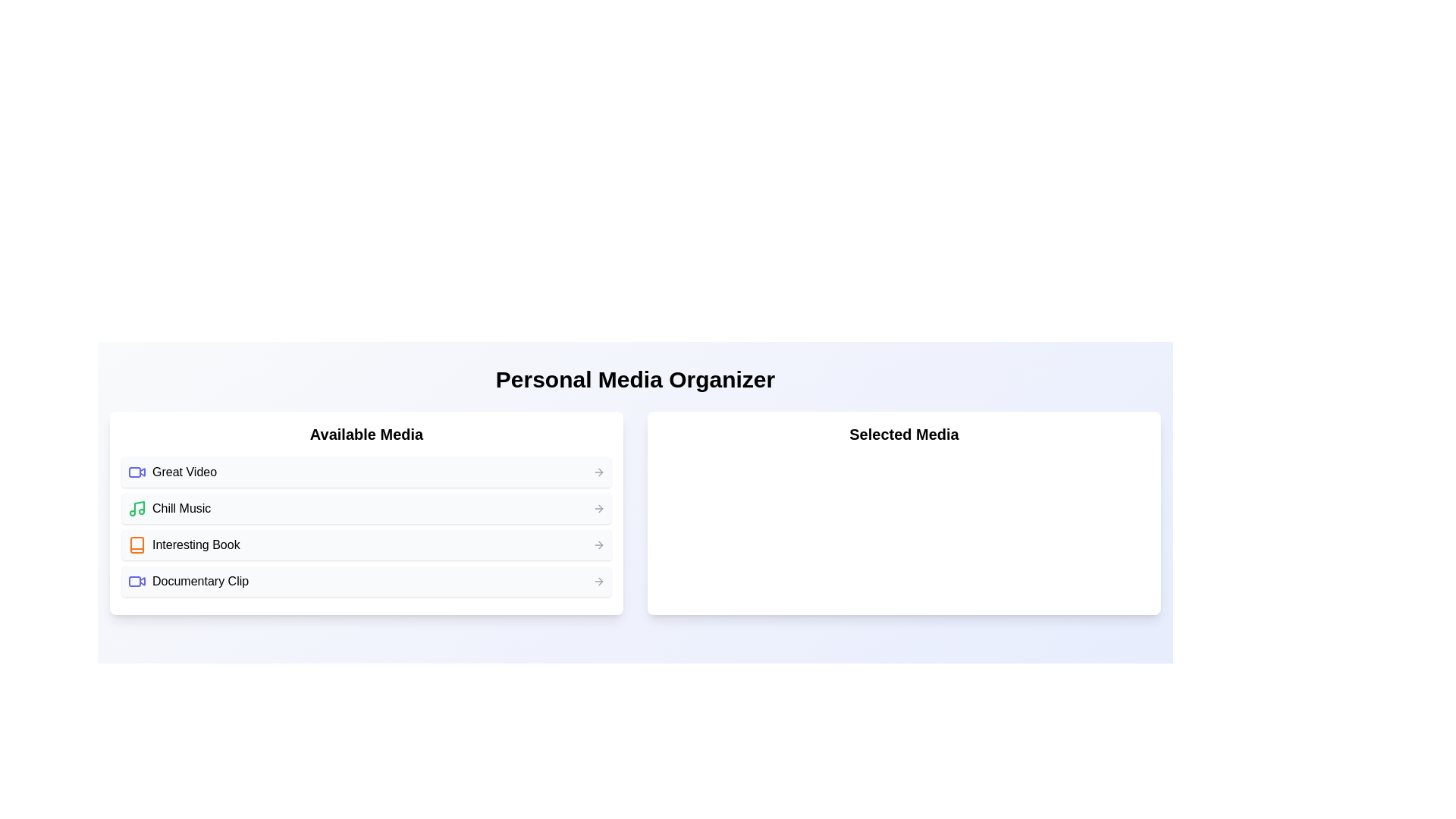 The width and height of the screenshot is (1456, 819). Describe the element at coordinates (187, 581) in the screenshot. I see `the 'Documentary Clip' media item label that features an indigo video camera icon and black sans-serif text, located below 'Interesting Book' in the 'Available Media' list` at that location.